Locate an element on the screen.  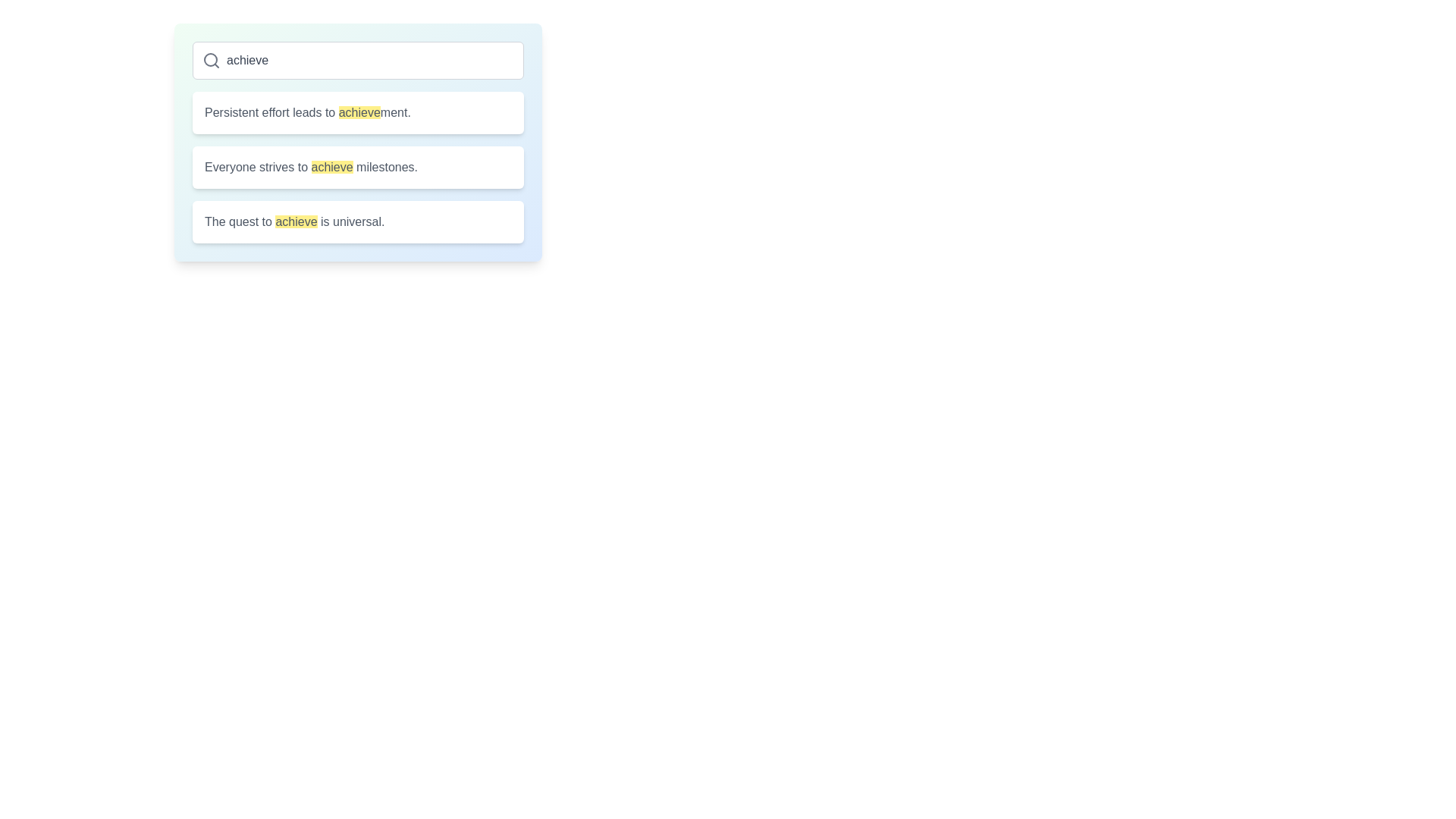
text content from the topmost informational card located directly below the search bar, identified as the first card in a vertical stack of three similar elements is located at coordinates (357, 112).